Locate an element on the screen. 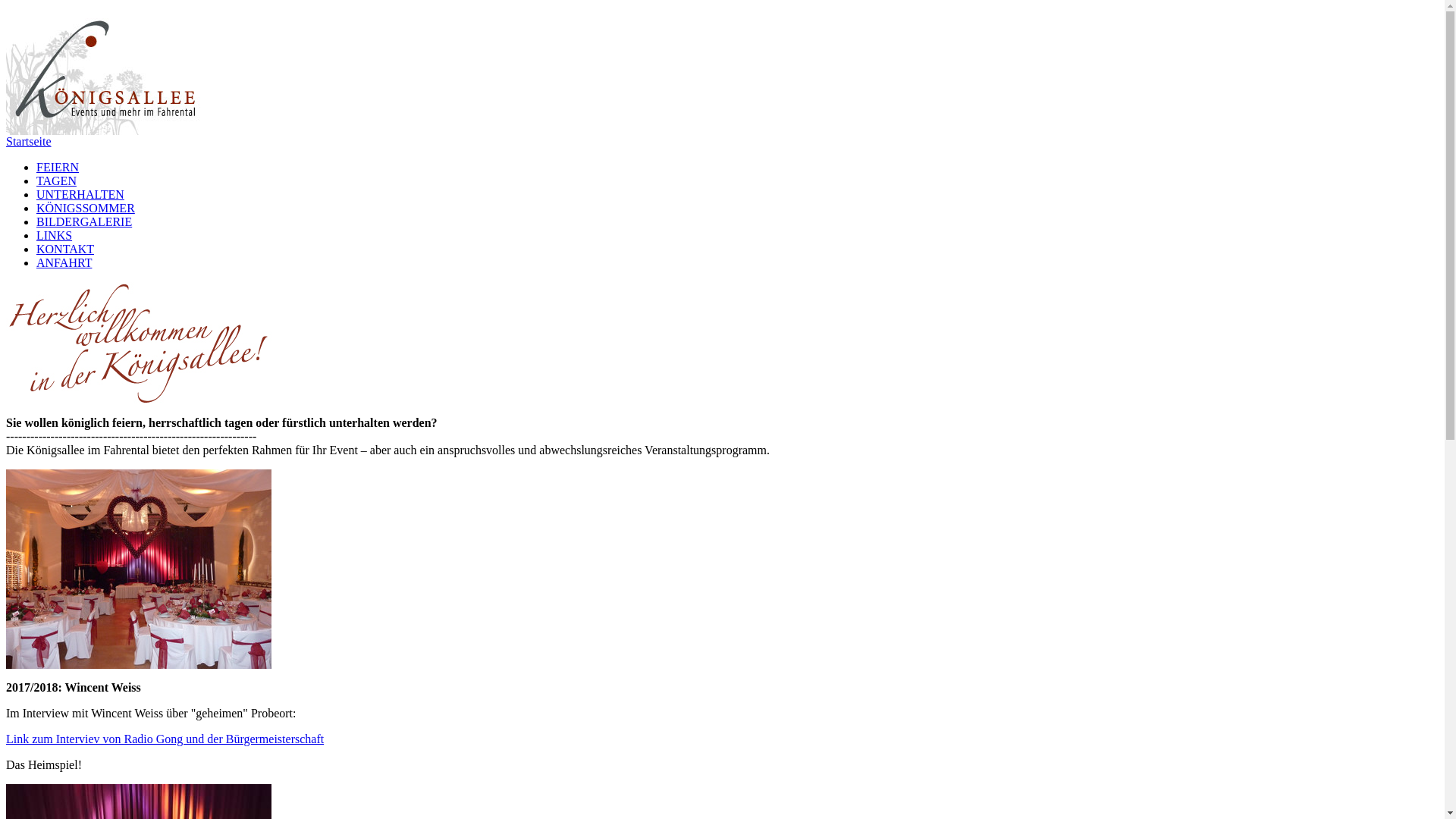 This screenshot has height=819, width=1456. 'Startseite' is located at coordinates (6, 141).